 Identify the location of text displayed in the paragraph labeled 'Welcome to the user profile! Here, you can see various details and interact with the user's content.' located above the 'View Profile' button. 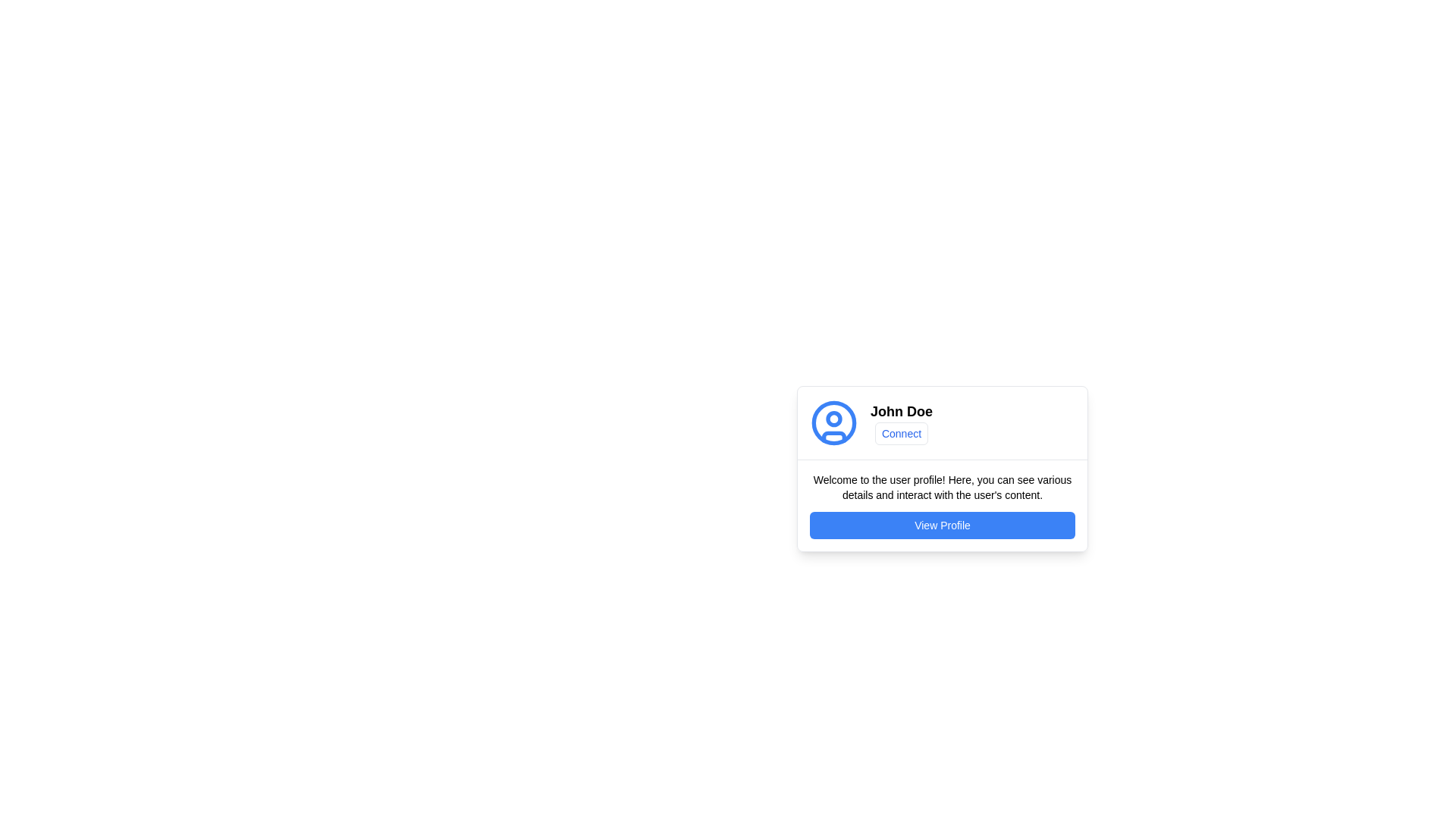
(942, 488).